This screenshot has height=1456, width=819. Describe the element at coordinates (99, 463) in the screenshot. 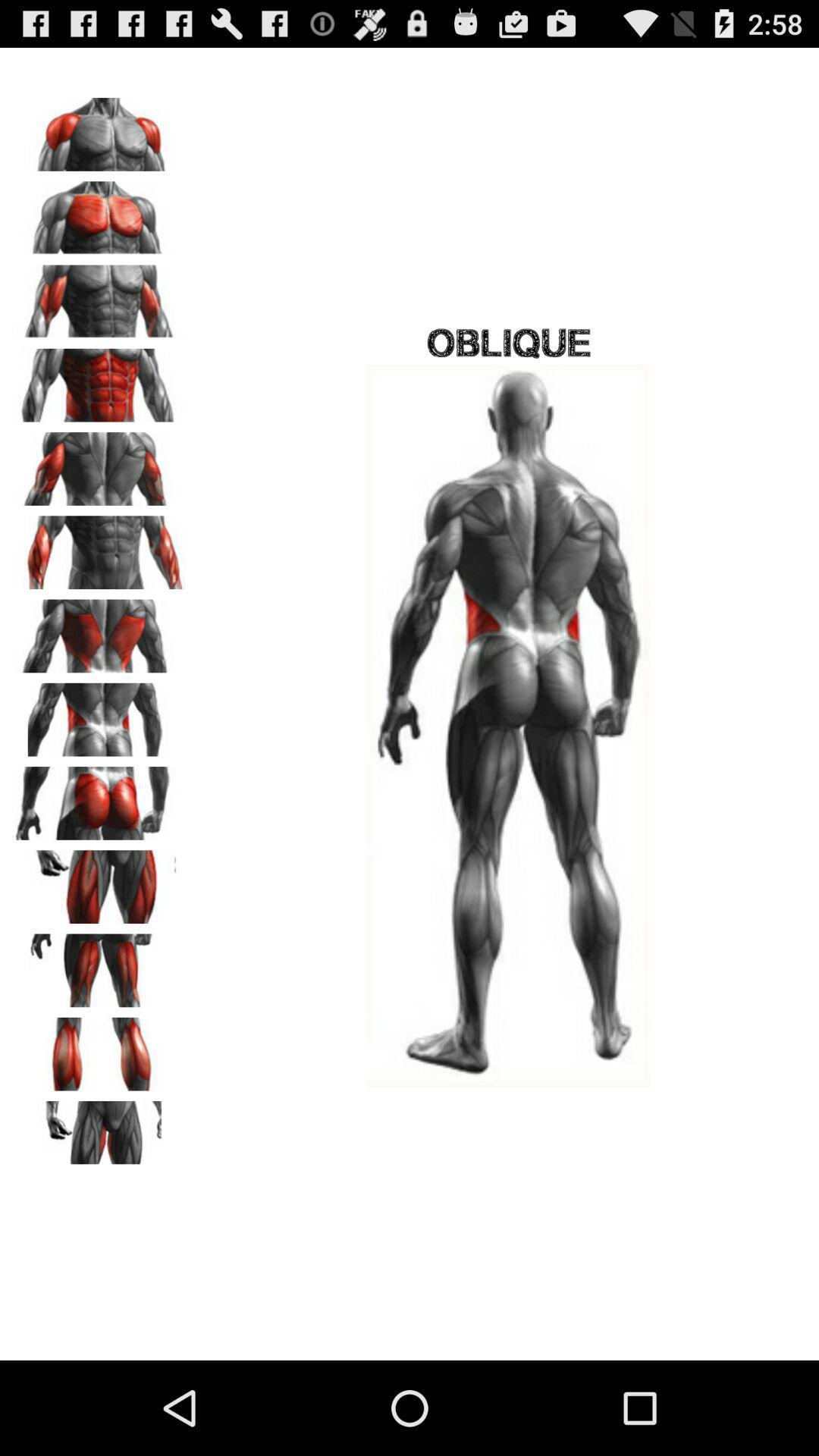

I see `switch exercise panel` at that location.